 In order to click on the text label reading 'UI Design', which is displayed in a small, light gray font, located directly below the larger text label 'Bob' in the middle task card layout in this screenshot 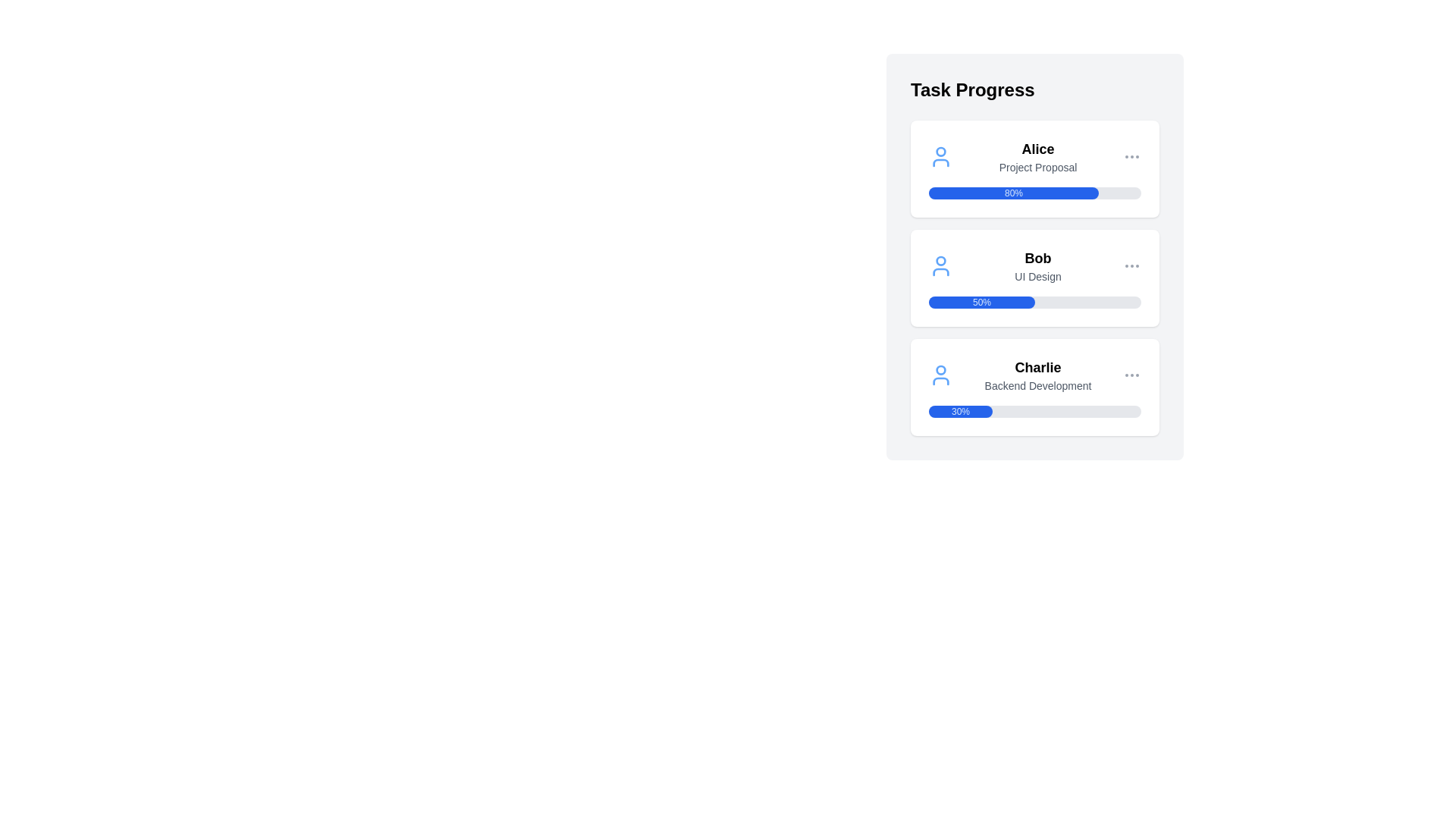, I will do `click(1037, 277)`.